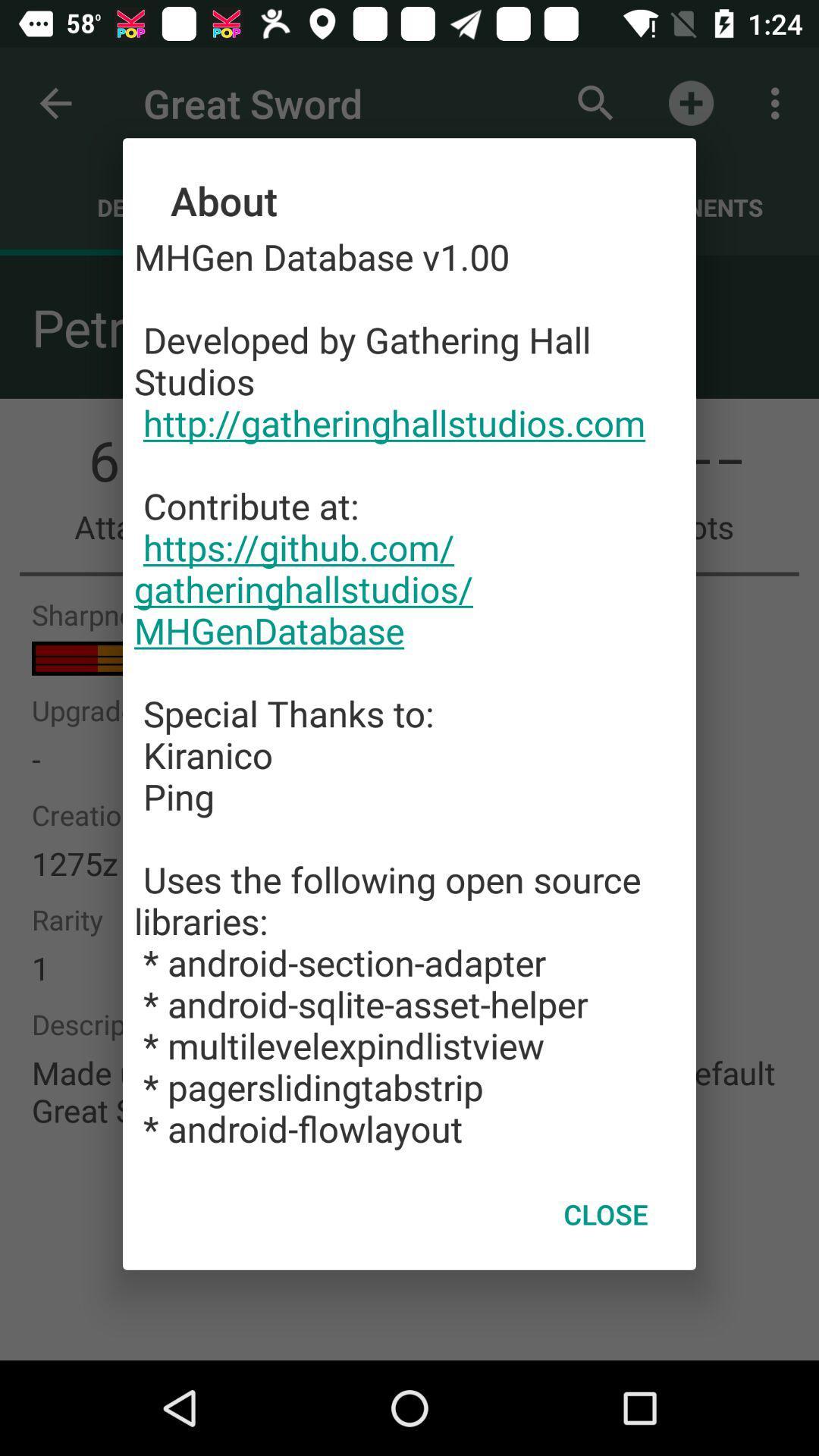 Image resolution: width=819 pixels, height=1456 pixels. Describe the element at coordinates (409, 692) in the screenshot. I see `item at the center` at that location.